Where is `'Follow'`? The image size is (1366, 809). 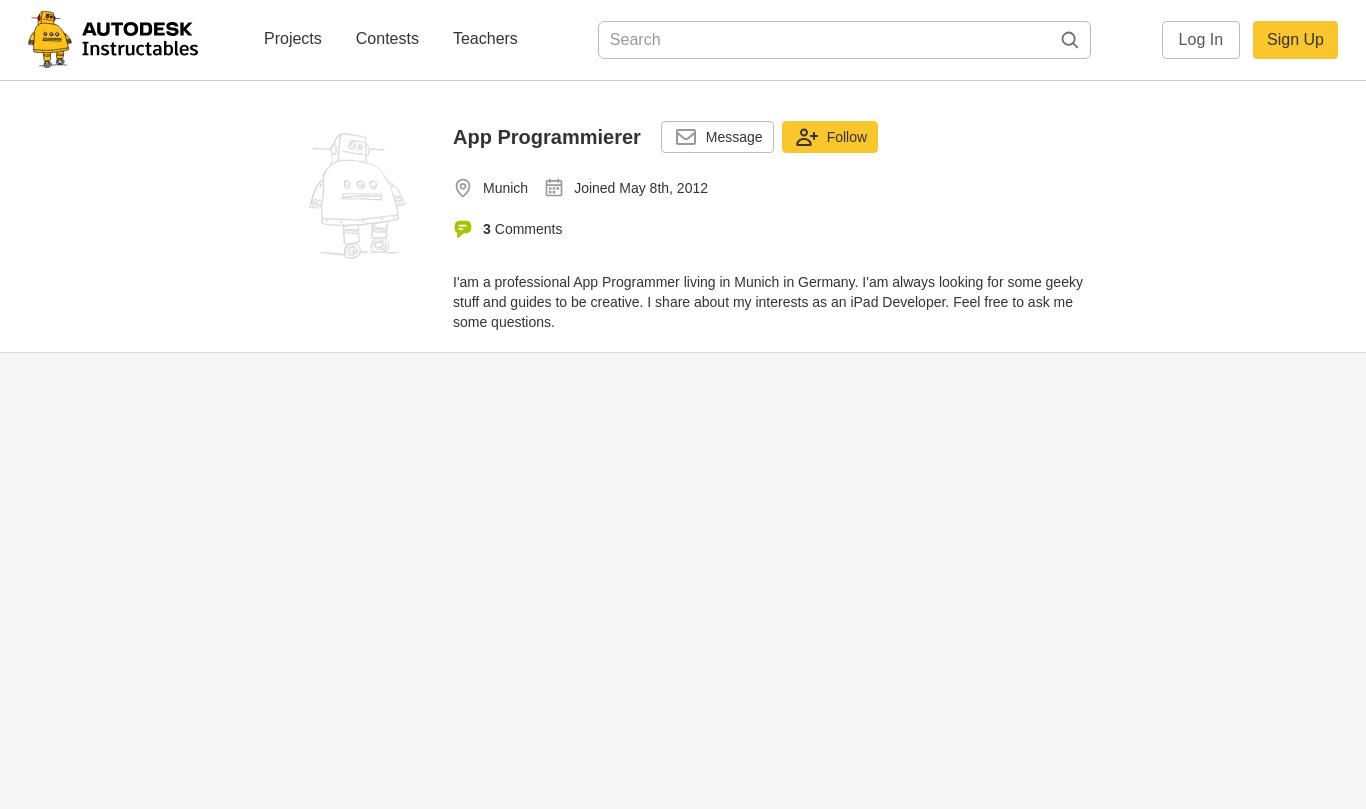
'Follow' is located at coordinates (845, 135).